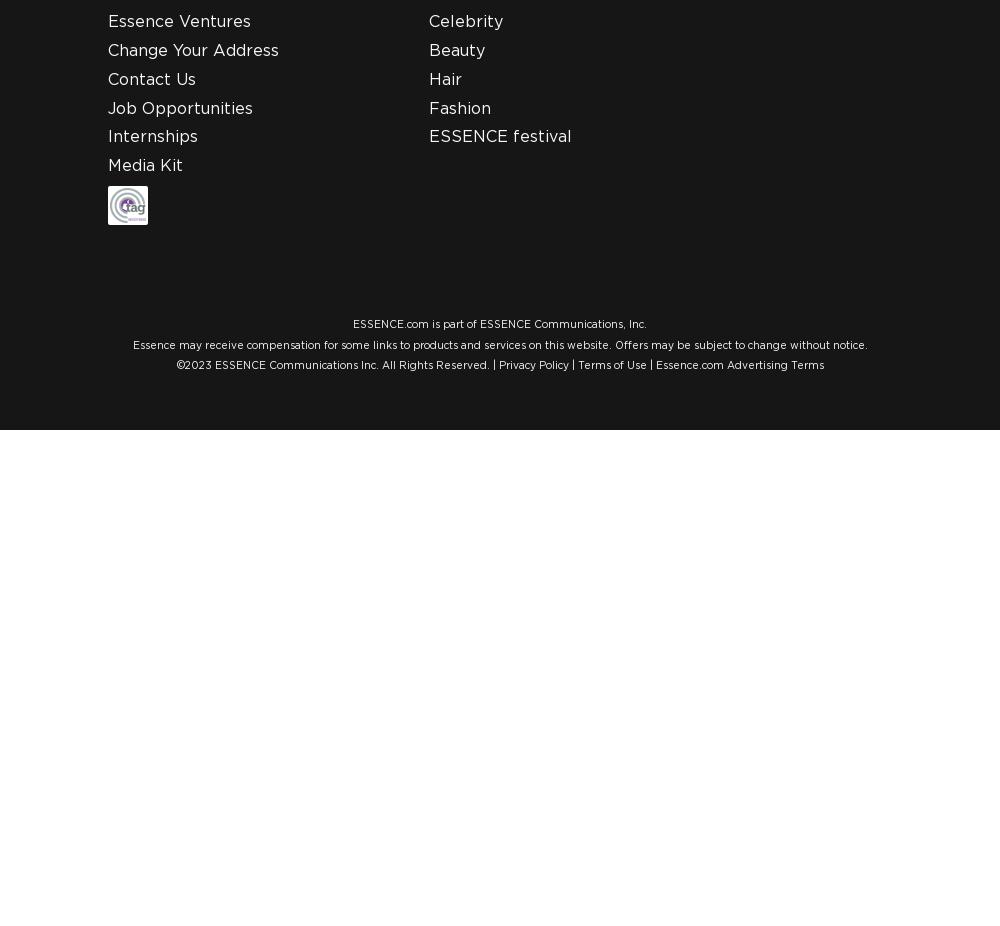 The width and height of the screenshot is (1000, 926). Describe the element at coordinates (610, 365) in the screenshot. I see `'Terms of Use'` at that location.